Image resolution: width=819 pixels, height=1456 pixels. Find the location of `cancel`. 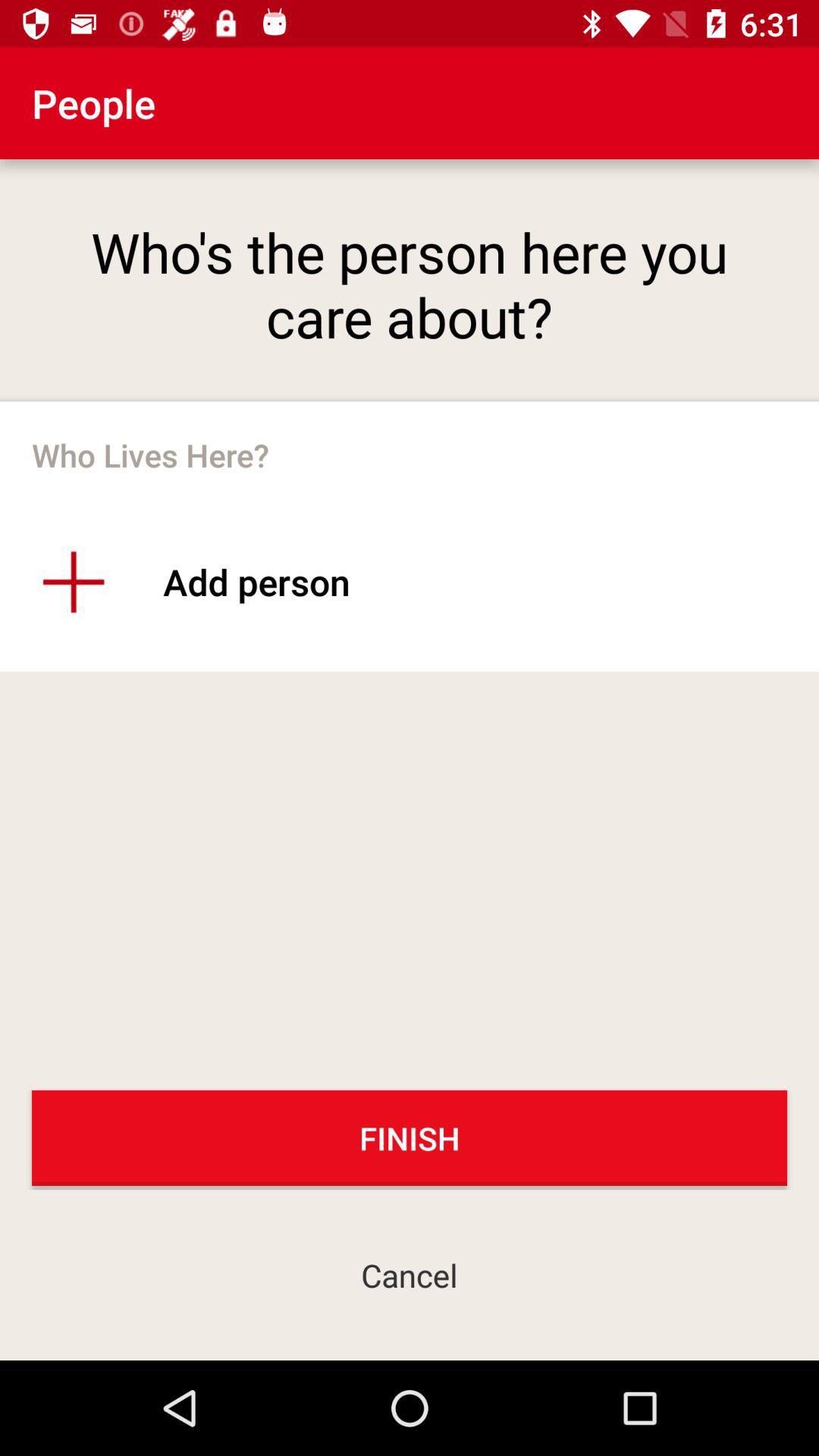

cancel is located at coordinates (409, 1274).